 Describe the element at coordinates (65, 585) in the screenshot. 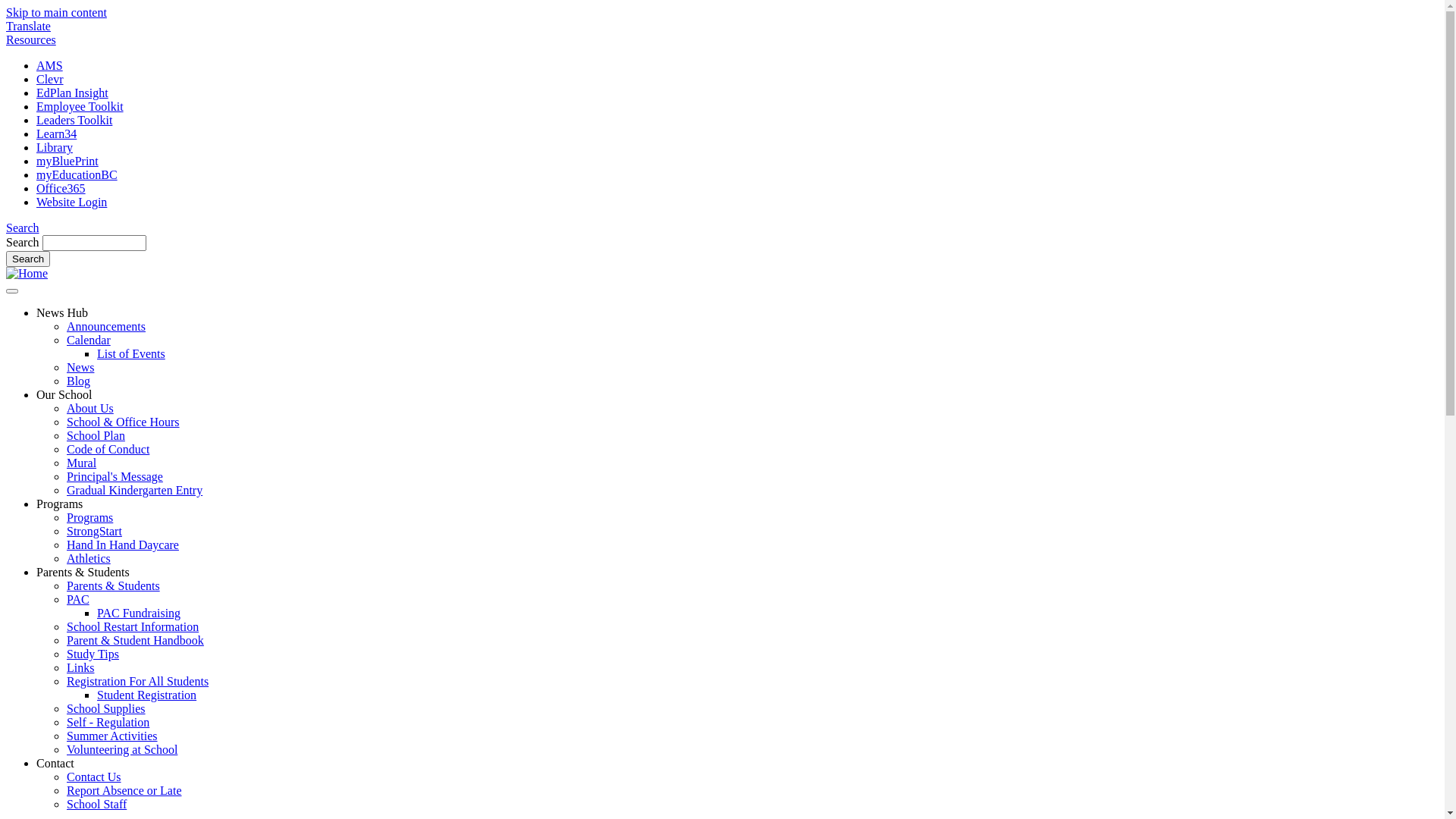

I see `'Parents & Students'` at that location.